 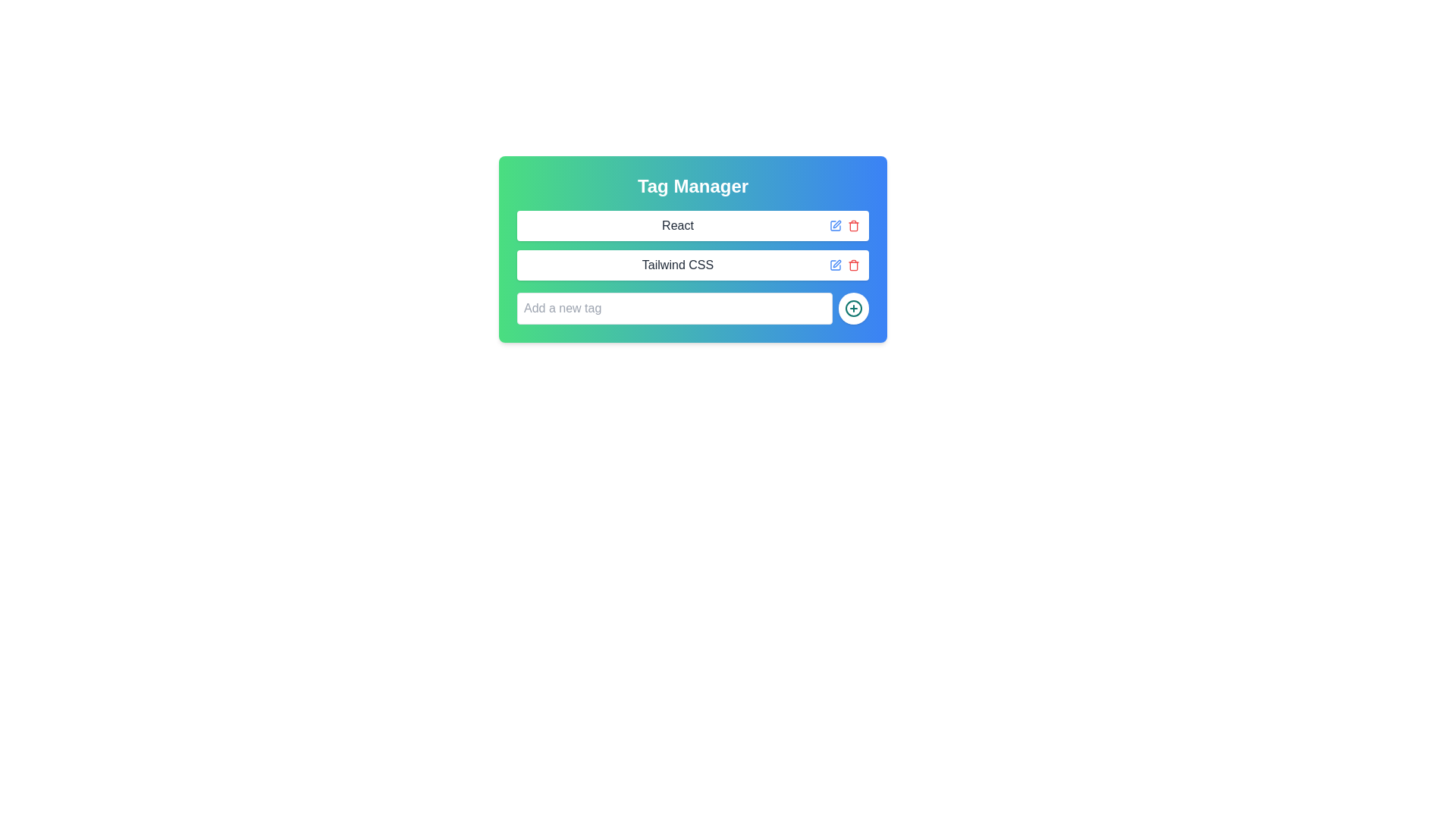 I want to click on the bold, centered text header reading 'Tag Manager' which is styled with a large font size and is positioned at the top of the panel with a gradient background, so click(x=692, y=186).